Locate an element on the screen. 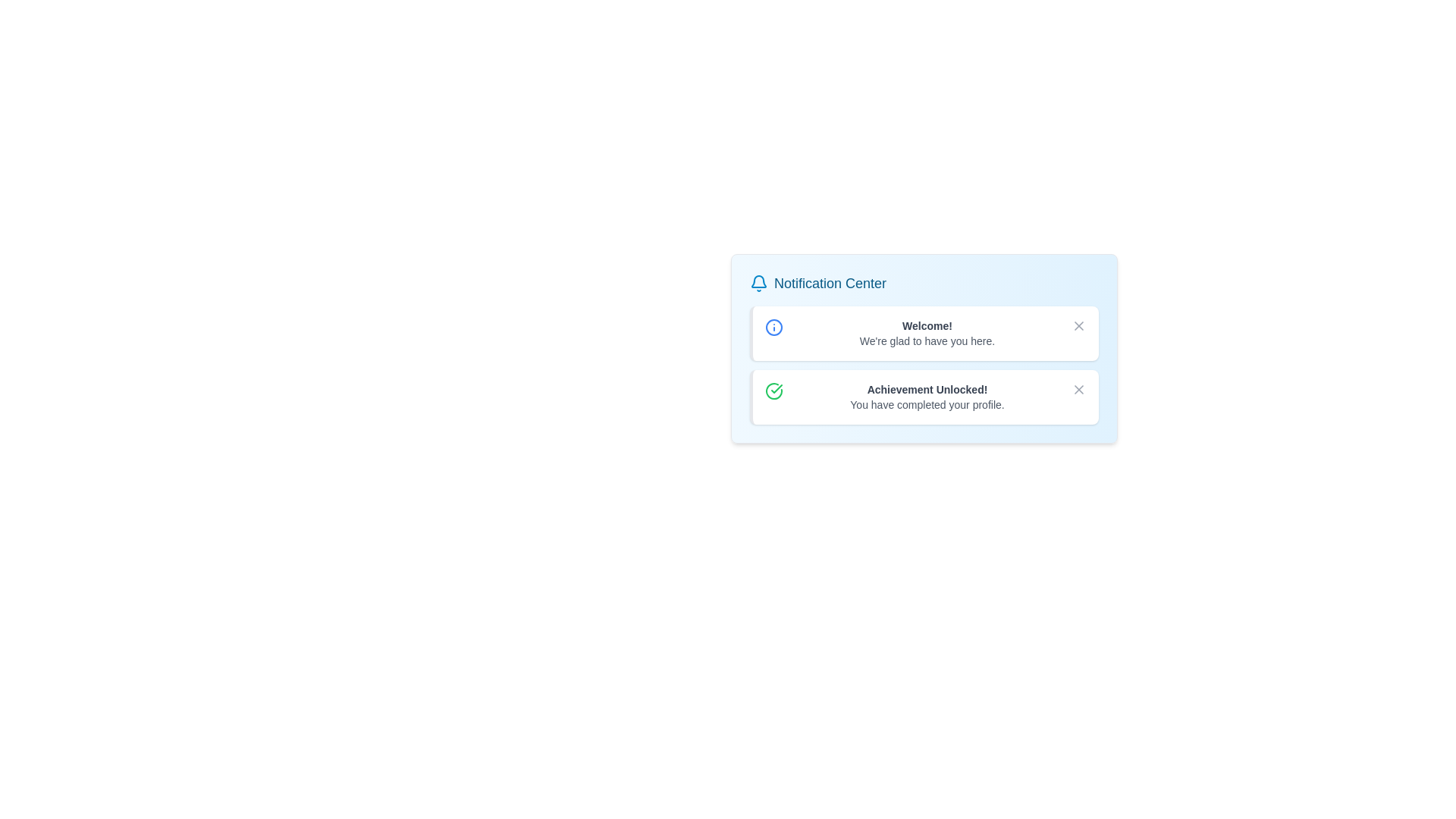 The image size is (1456, 819). the 'X' close icon located at the top-right corner of the second notification card is located at coordinates (1078, 388).